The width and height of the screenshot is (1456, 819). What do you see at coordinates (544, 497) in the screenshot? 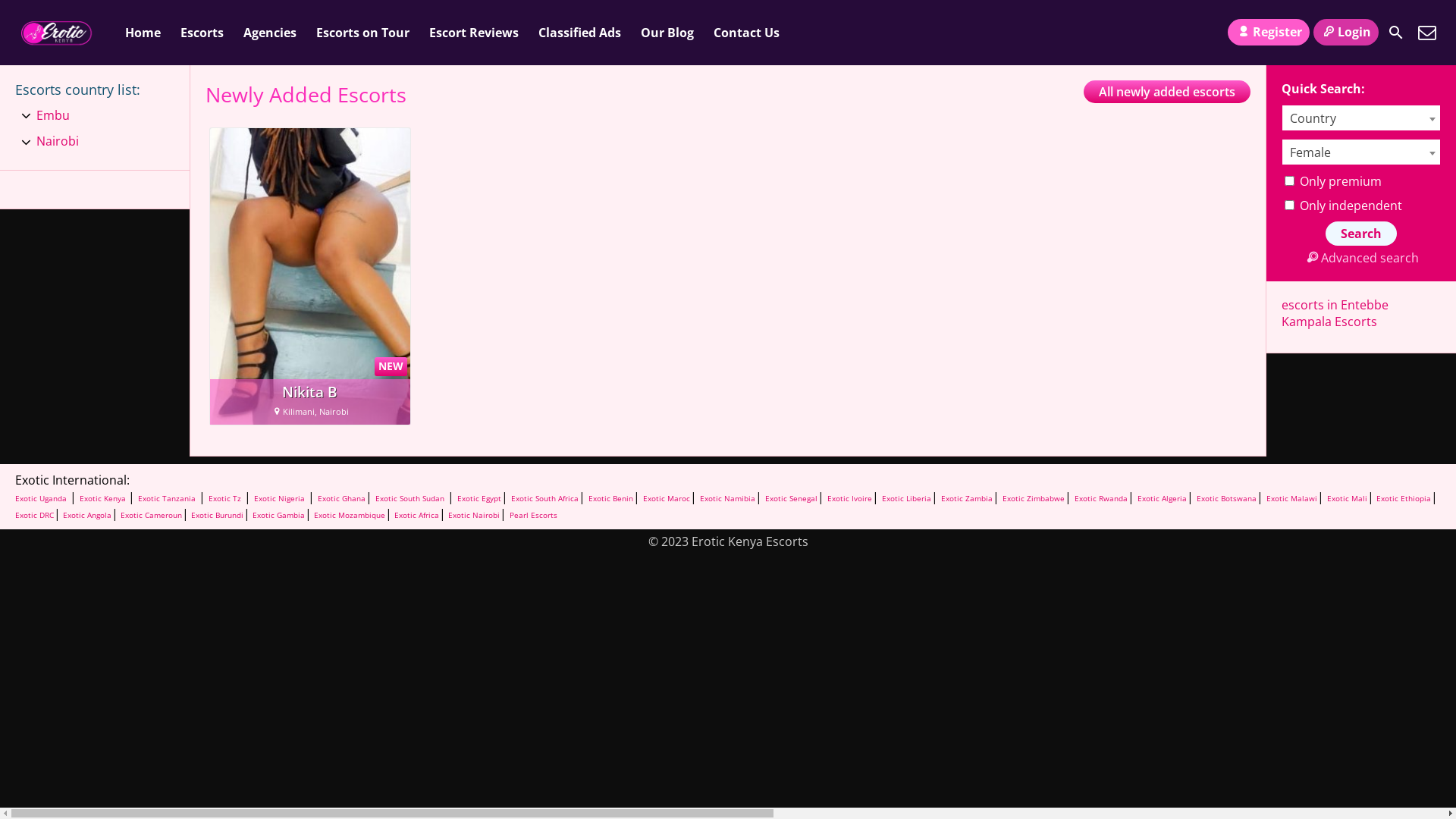
I see `'Exotic South Africa'` at bounding box center [544, 497].